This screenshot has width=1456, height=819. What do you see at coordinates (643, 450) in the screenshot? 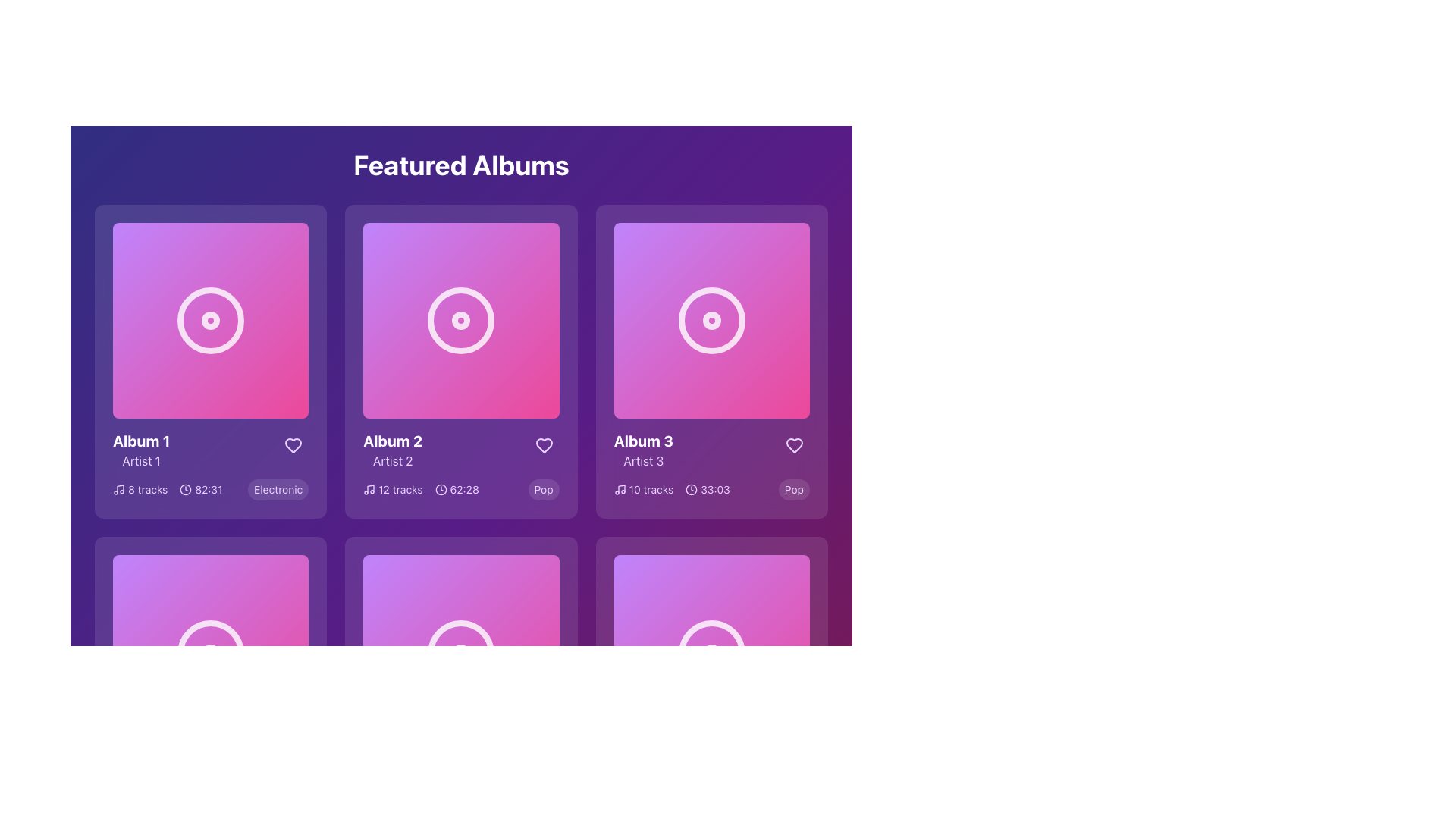
I see `text content of the Text label displaying album and artist information, which shows 'Album 3' in bold white and 'Artist 3' in lighter purple` at bounding box center [643, 450].